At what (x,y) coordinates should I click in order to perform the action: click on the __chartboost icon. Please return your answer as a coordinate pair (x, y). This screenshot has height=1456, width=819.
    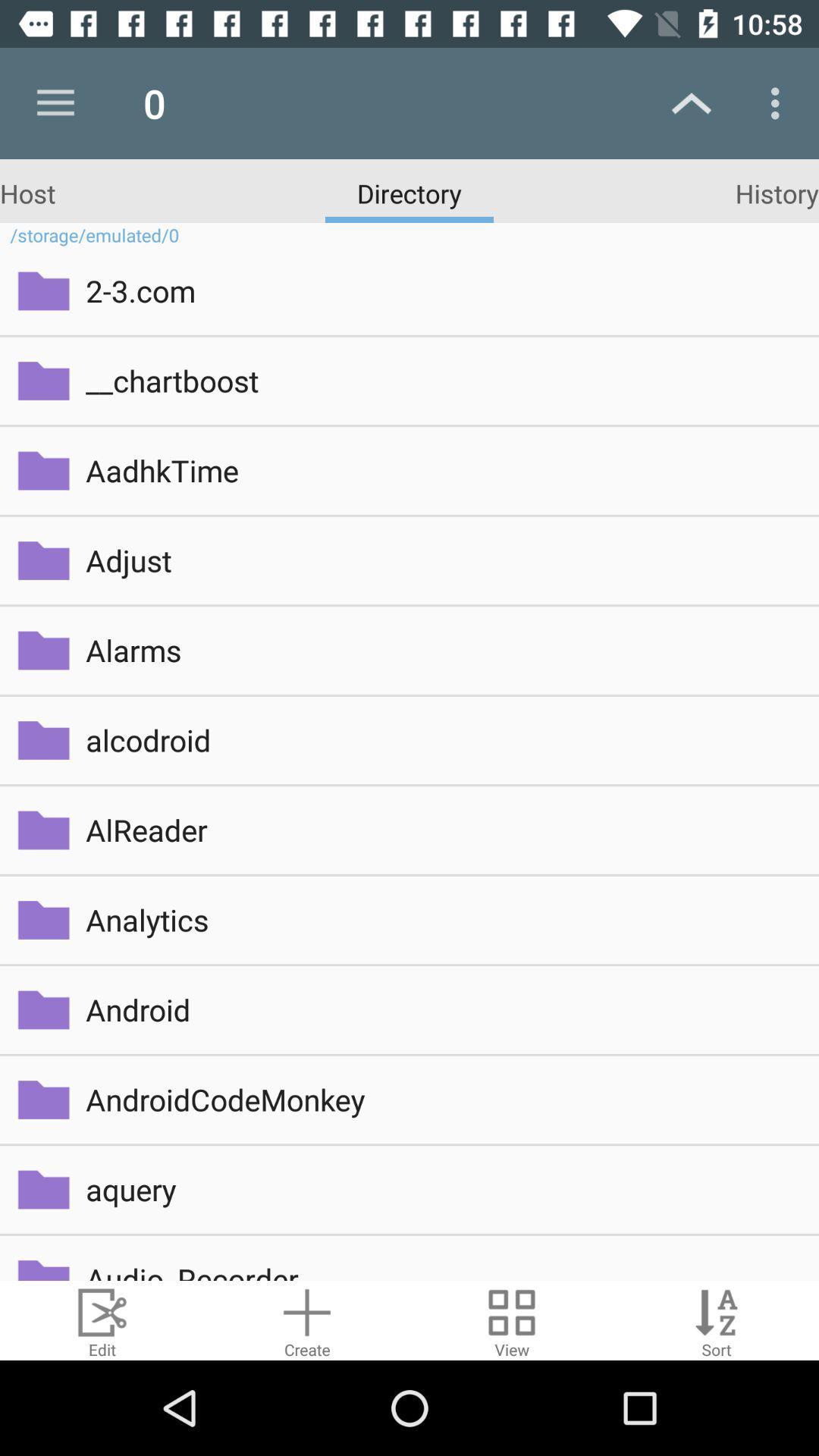
    Looking at the image, I should click on (441, 381).